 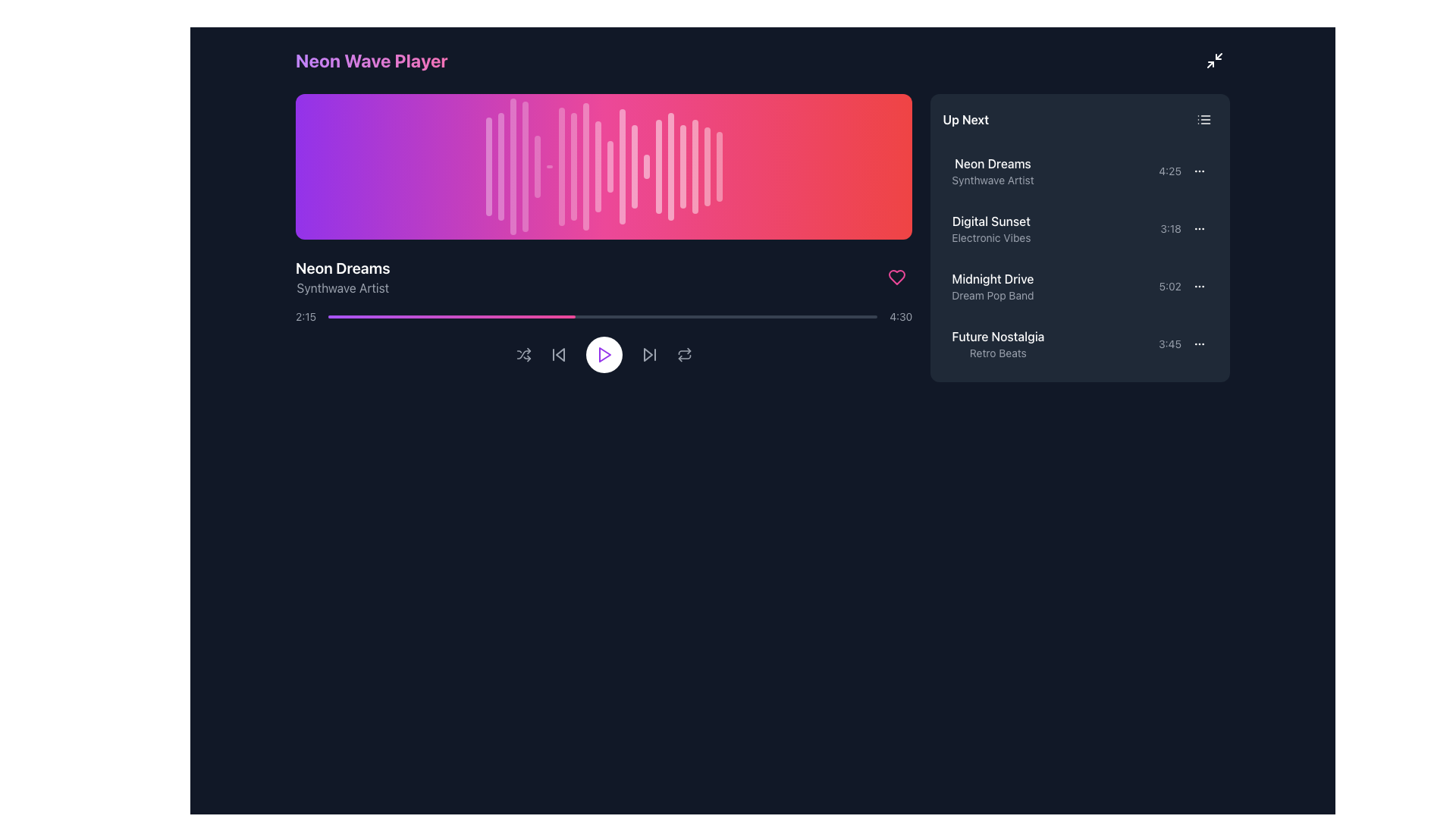 I want to click on the 'Up Next' static text label located at the top-left corner of the right-side panel, which is displayed in bold font style, so click(x=965, y=119).